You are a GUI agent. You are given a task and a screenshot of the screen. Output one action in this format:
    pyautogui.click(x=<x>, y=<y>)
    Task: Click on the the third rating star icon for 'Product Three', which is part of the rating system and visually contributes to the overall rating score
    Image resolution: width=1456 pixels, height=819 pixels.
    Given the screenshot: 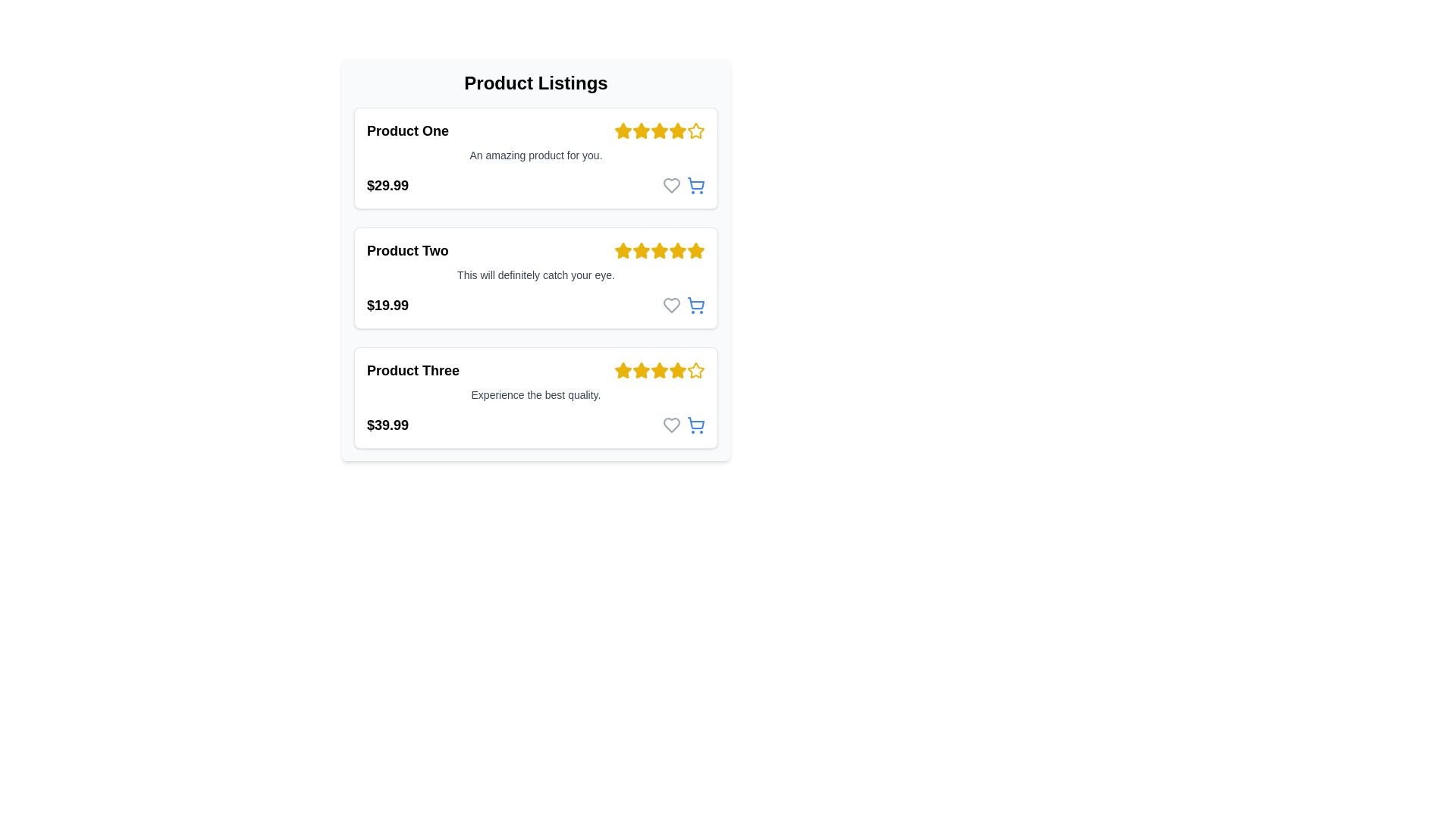 What is the action you would take?
    pyautogui.click(x=659, y=370)
    